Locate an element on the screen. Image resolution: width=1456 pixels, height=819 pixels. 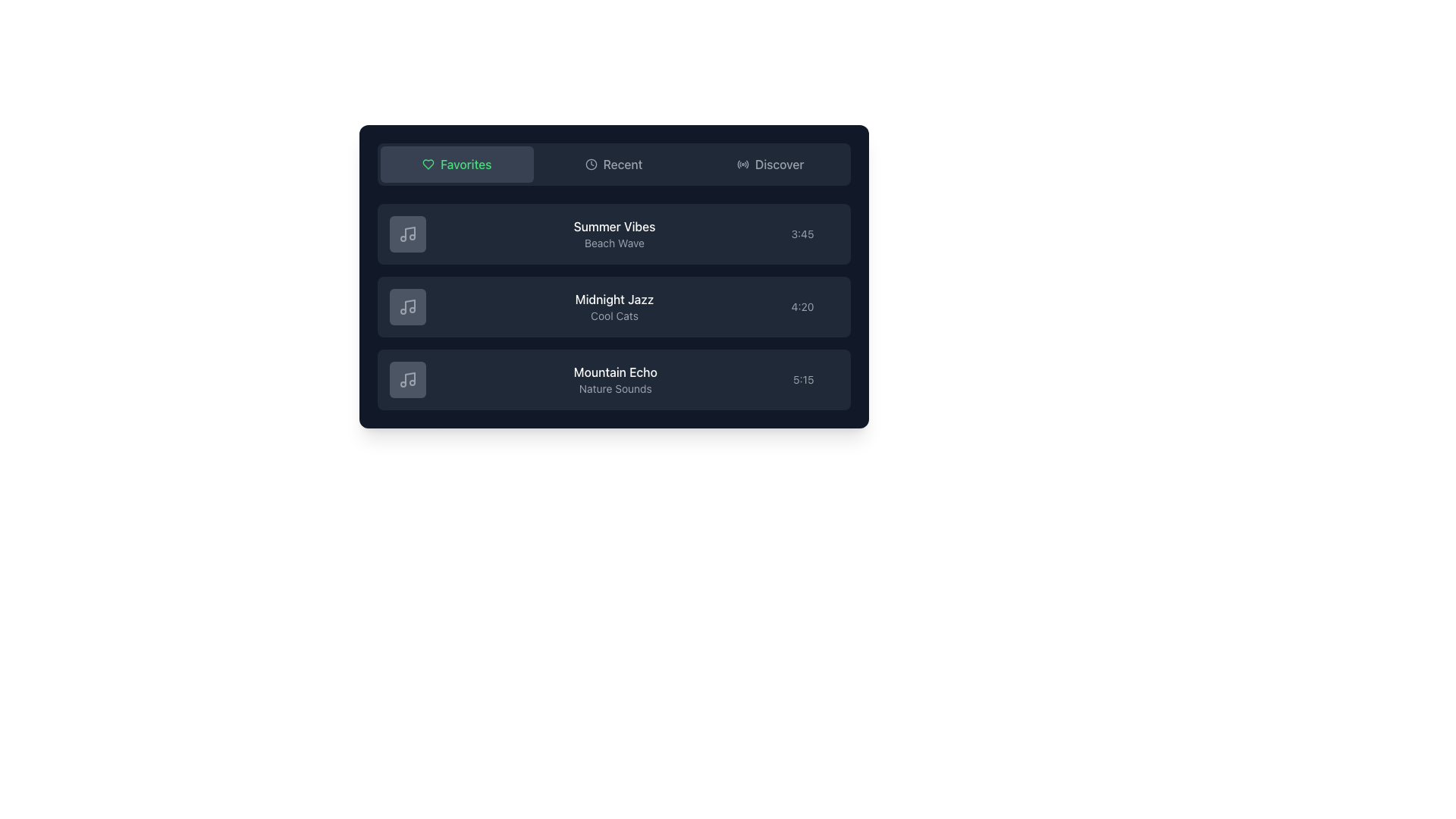
the music icon represented as a musical note symbol, which is styled with a thin outline and gray color, located in the second row to the left of the text 'Midnight Jazz' is located at coordinates (407, 307).